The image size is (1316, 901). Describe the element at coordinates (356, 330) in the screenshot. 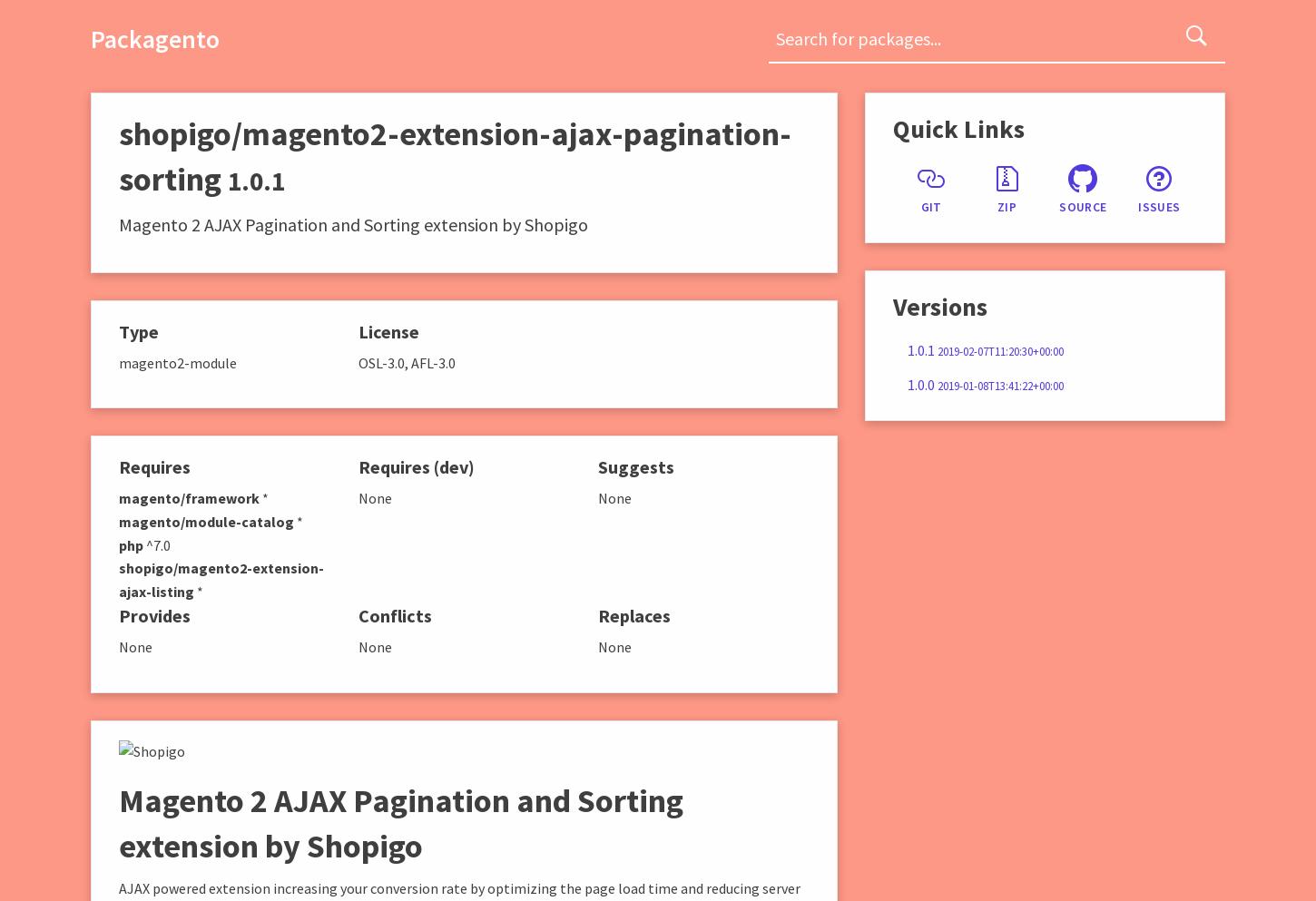

I see `'License'` at that location.